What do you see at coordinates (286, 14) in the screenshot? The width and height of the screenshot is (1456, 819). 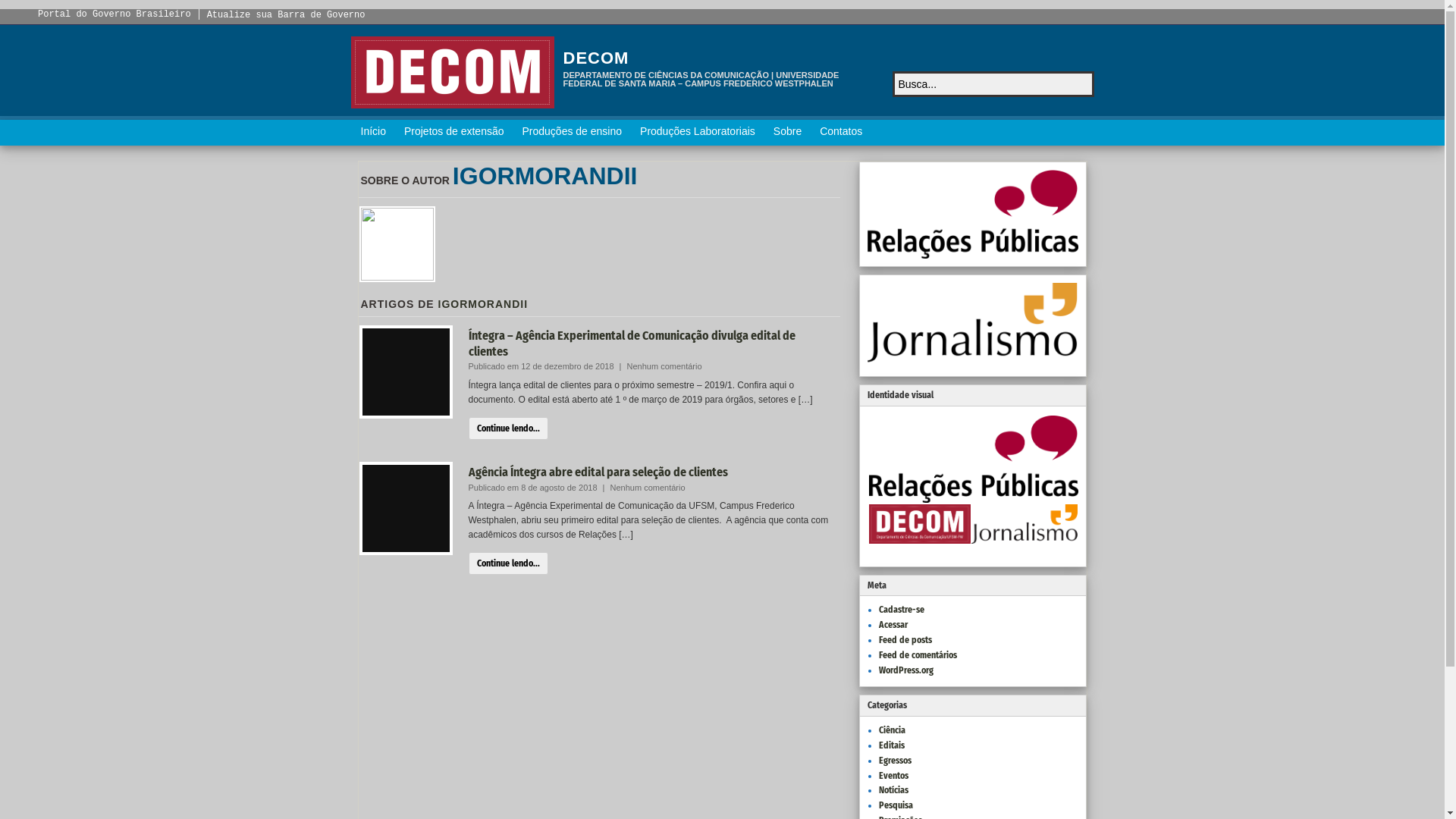 I see `'Atualize sua Barra de Governo'` at bounding box center [286, 14].